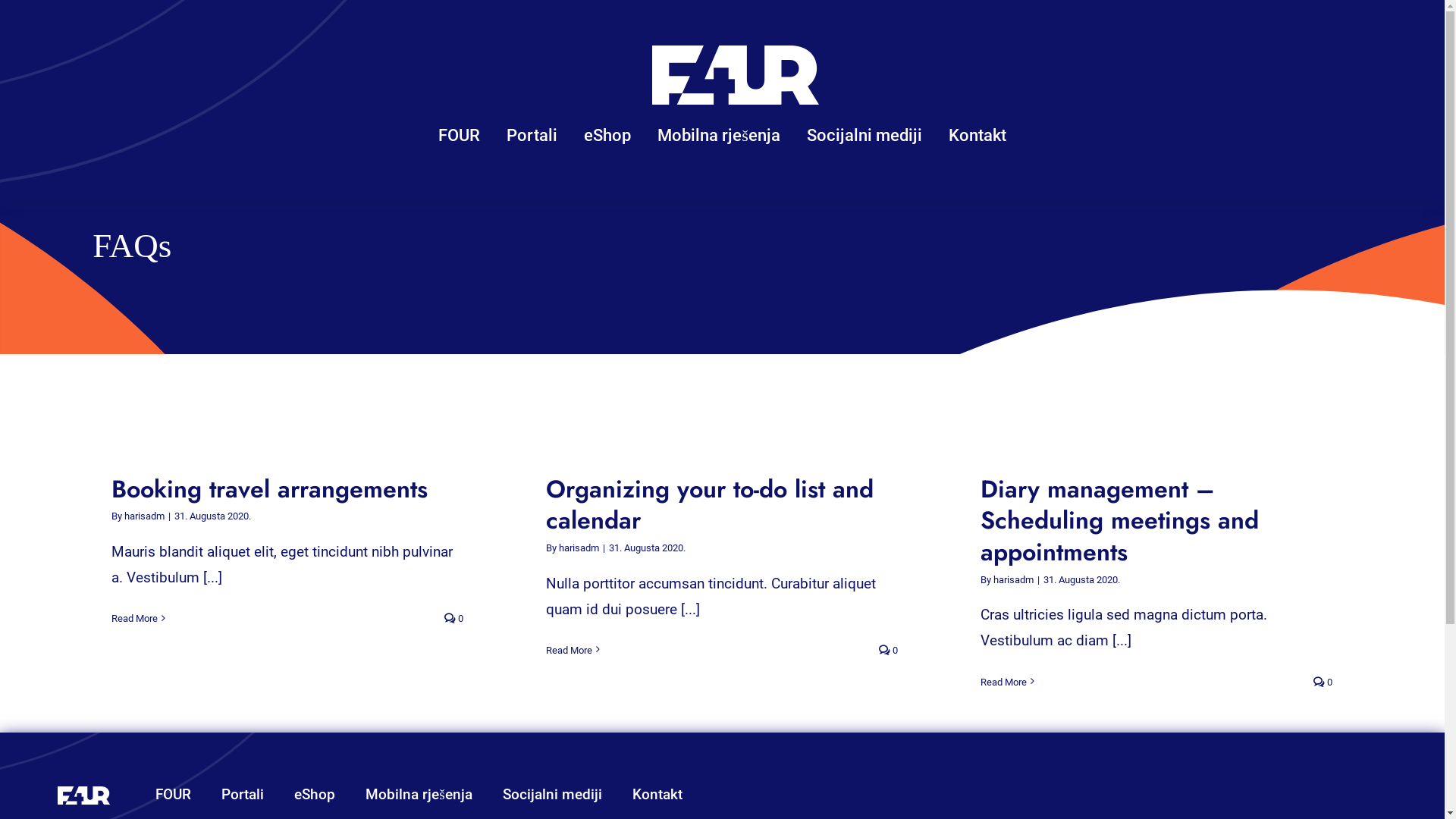 This screenshot has width=1456, height=819. What do you see at coordinates (657, 795) in the screenshot?
I see `'Kontakt'` at bounding box center [657, 795].